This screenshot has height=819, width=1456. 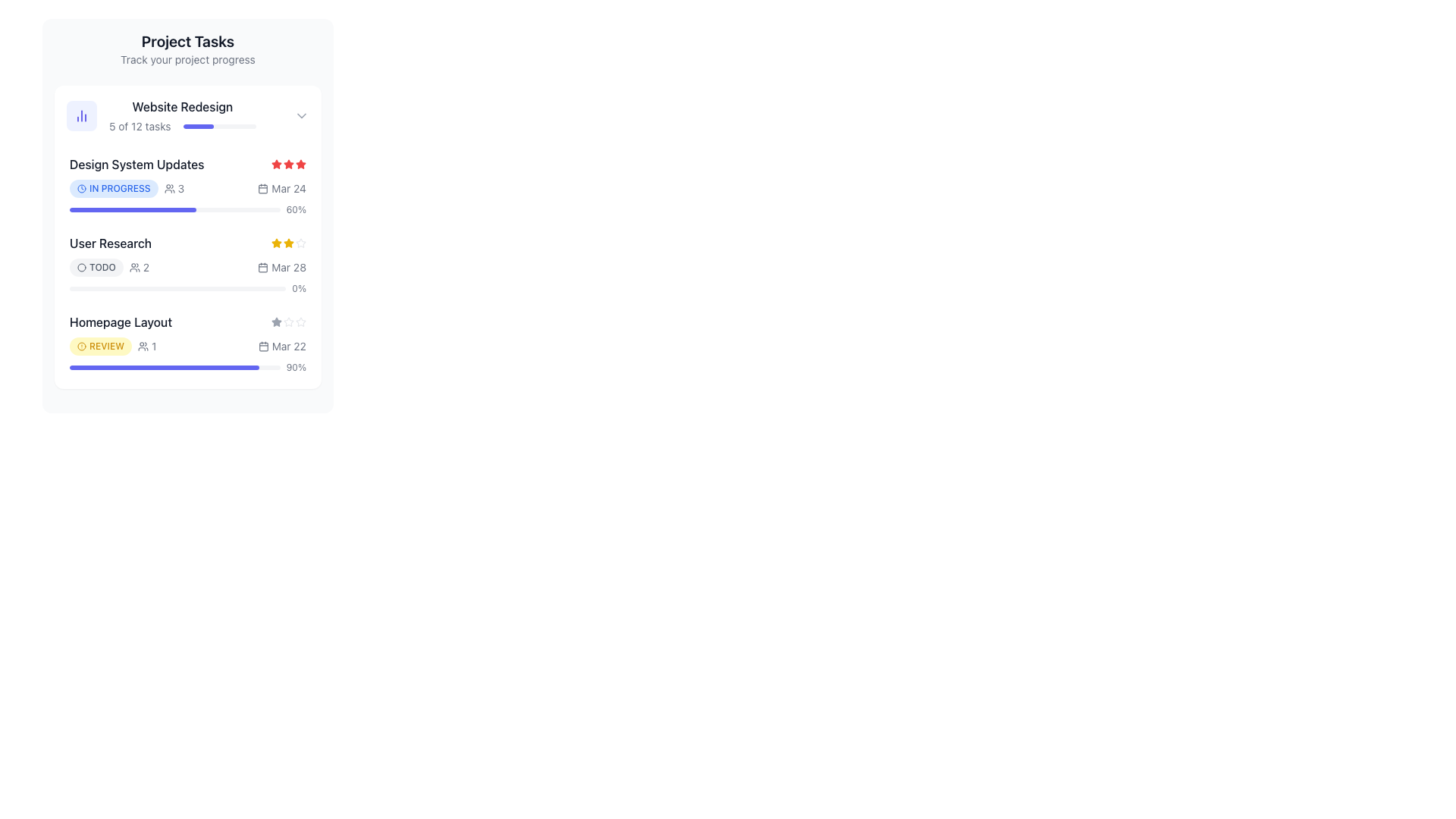 What do you see at coordinates (288, 242) in the screenshot?
I see `the active yellow star icon in the 'User Research' task row` at bounding box center [288, 242].